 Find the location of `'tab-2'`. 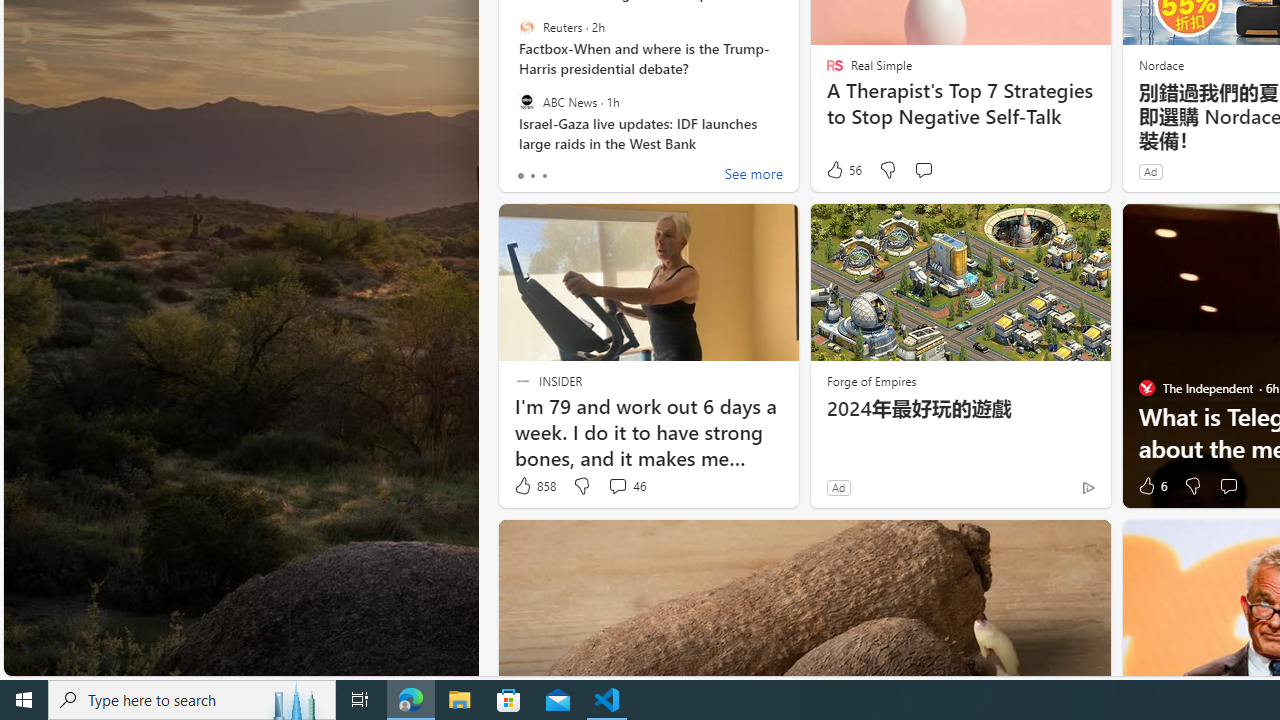

'tab-2' is located at coordinates (544, 175).